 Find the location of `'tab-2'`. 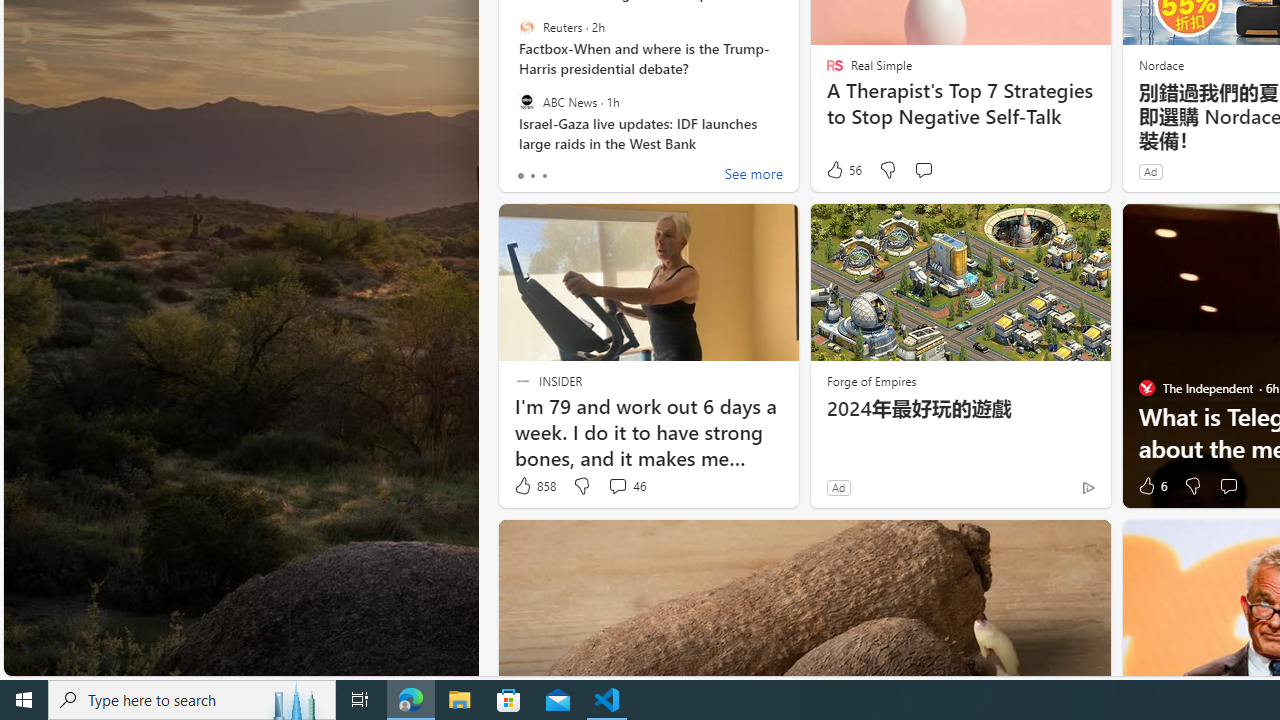

'tab-2' is located at coordinates (544, 175).